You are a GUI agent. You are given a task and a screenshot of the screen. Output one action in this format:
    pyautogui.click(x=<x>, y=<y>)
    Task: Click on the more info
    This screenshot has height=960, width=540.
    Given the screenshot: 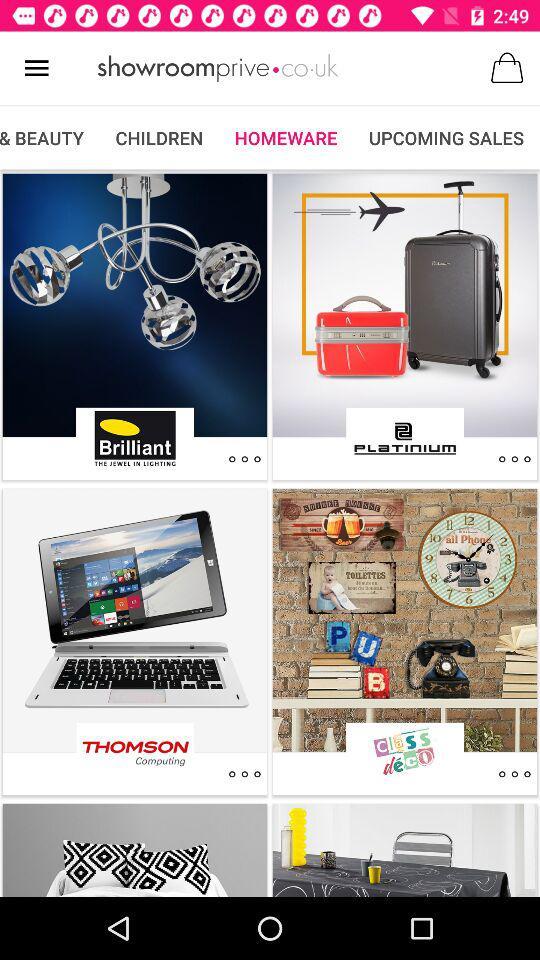 What is the action you would take?
    pyautogui.click(x=244, y=459)
    